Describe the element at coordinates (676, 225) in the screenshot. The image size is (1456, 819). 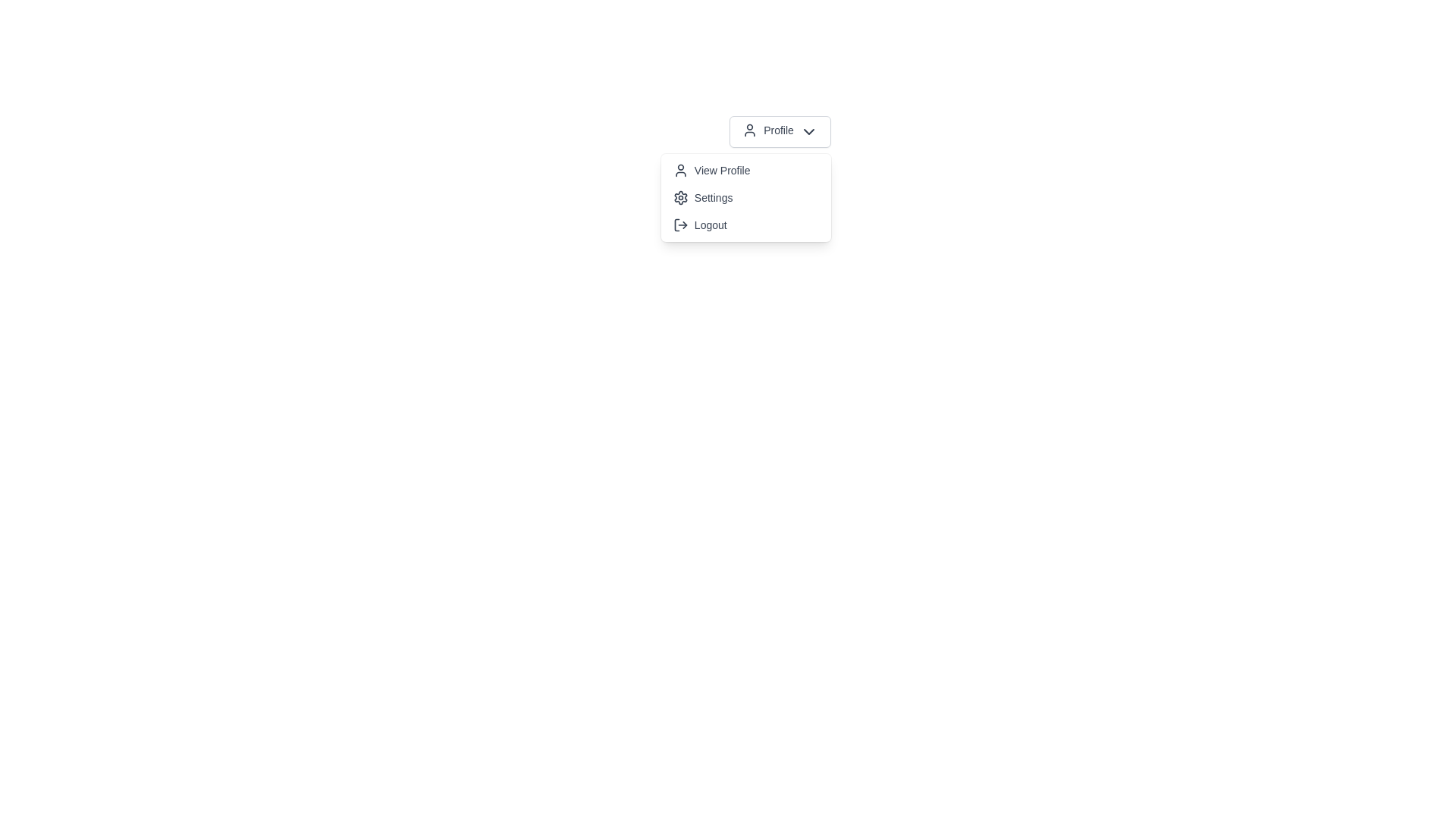
I see `the vertical rectangular segment of the logout icon in the dropdown menu, which is located next to the 'Logout' text` at that location.